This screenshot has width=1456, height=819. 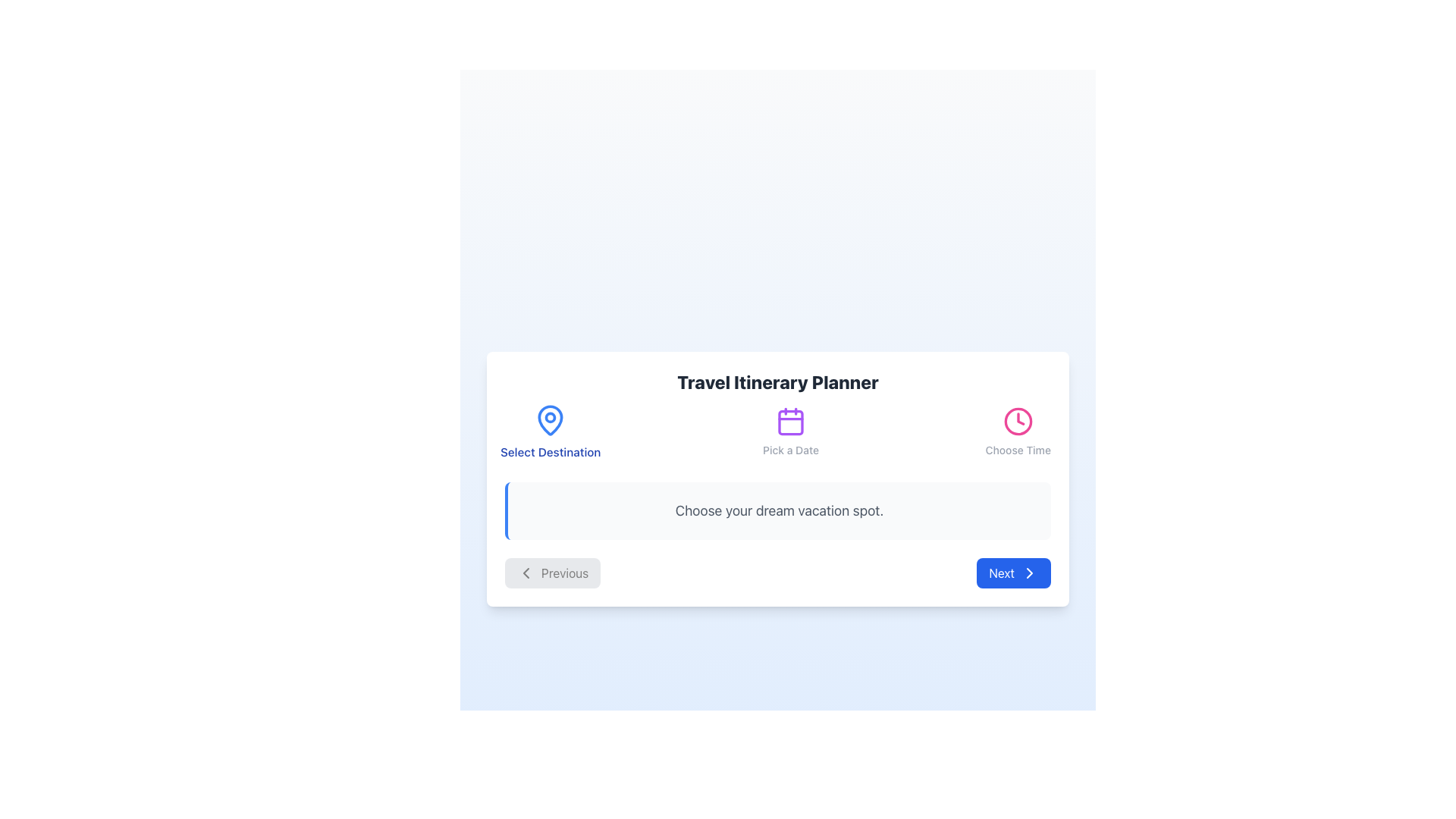 What do you see at coordinates (790, 422) in the screenshot?
I see `the SVG rectangle element inside the 'Pick a Date' calendar icon, which is the second icon in the horizontal toolbar at the top of the card` at bounding box center [790, 422].